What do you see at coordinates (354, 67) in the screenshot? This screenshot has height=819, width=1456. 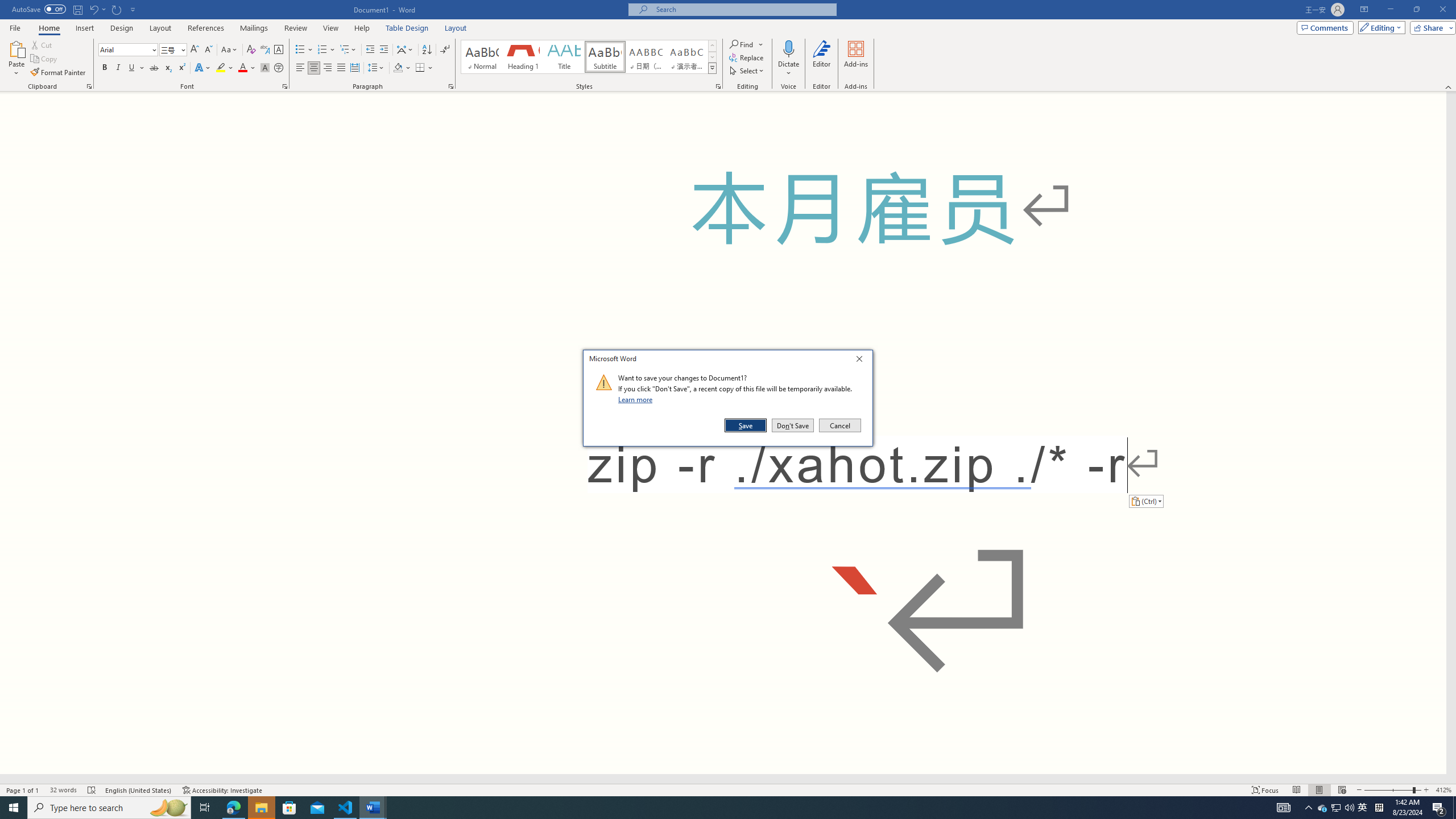 I see `'Distributed'` at bounding box center [354, 67].